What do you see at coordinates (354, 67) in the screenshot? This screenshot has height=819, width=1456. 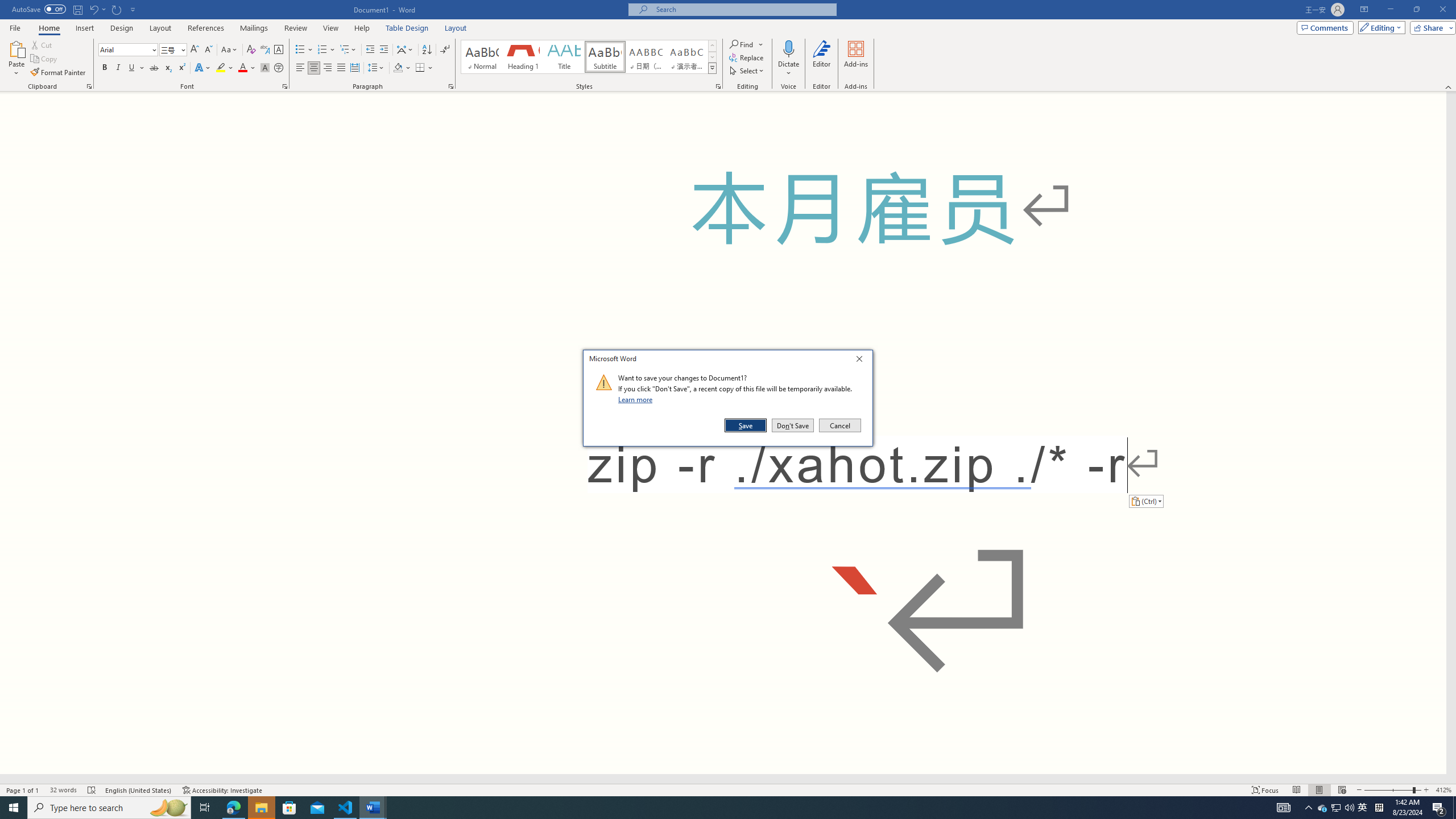 I see `'Distributed'` at bounding box center [354, 67].